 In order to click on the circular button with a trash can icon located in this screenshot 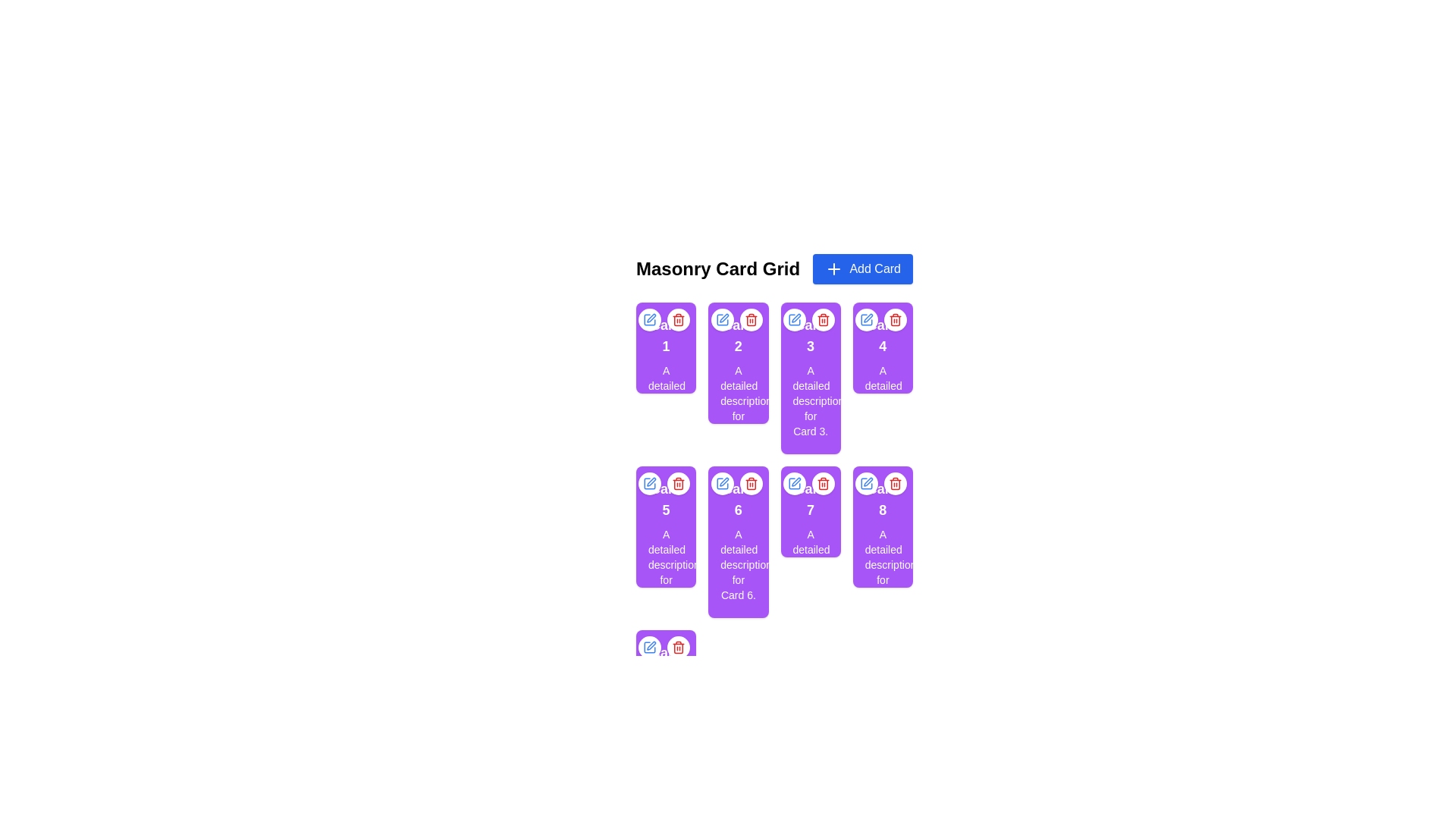, I will do `click(822, 483)`.